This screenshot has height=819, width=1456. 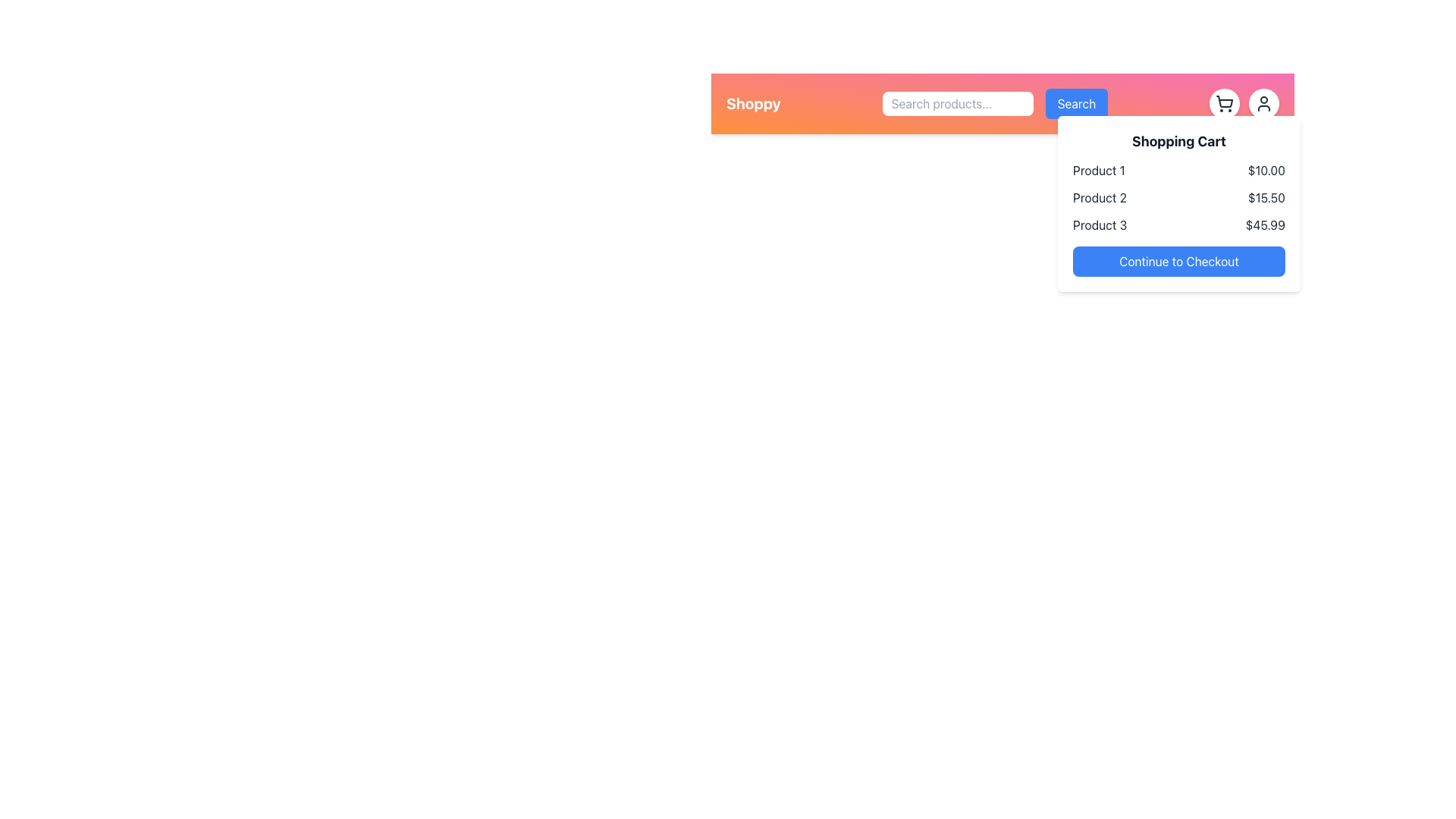 I want to click on text from the branding label located at the top left of the navigation bar, preceding the search input field, so click(x=753, y=103).